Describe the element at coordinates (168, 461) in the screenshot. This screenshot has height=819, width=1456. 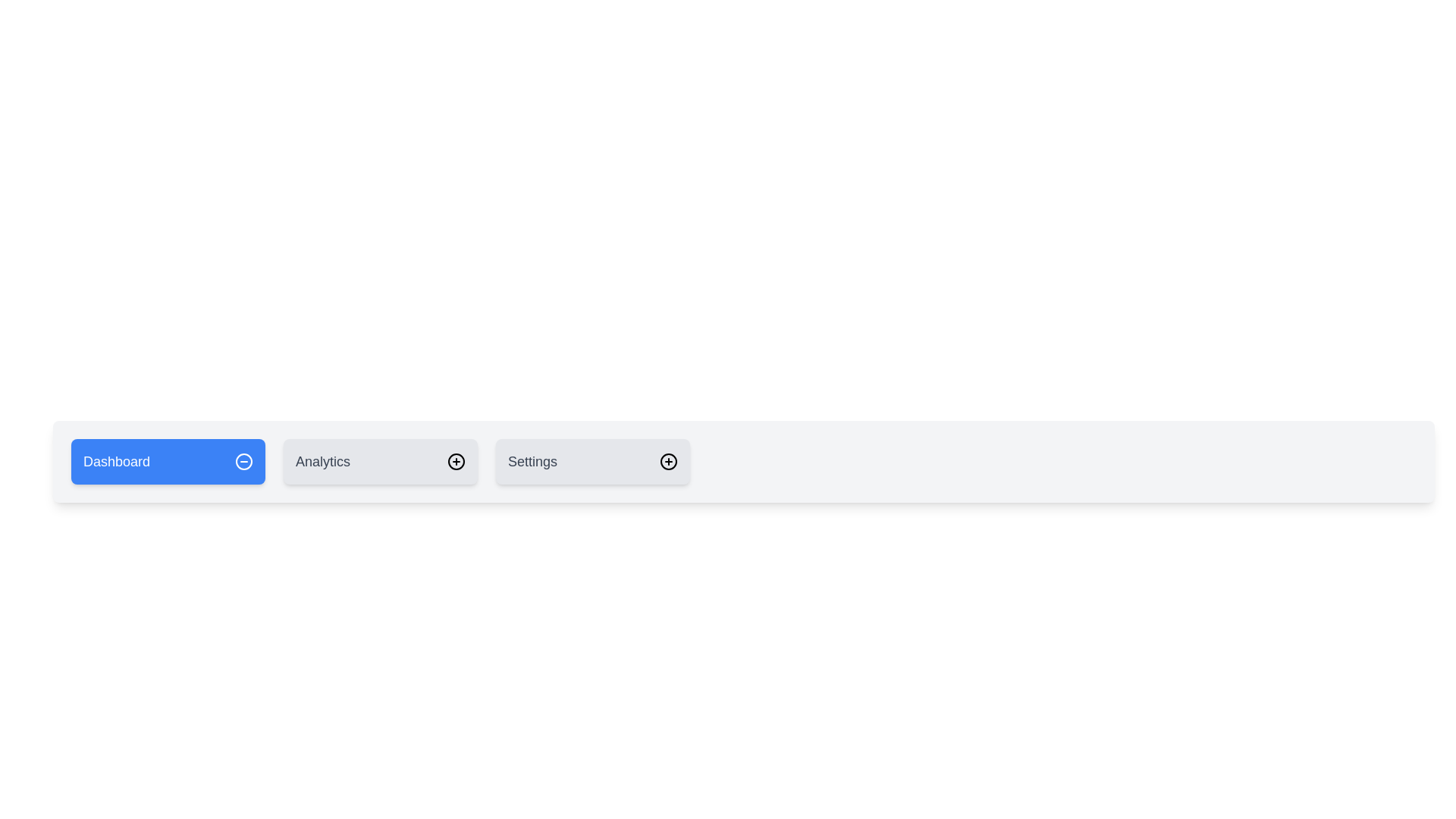
I see `the leftmost button labeled 'Dashboard' in the horizontal group of three buttons` at that location.